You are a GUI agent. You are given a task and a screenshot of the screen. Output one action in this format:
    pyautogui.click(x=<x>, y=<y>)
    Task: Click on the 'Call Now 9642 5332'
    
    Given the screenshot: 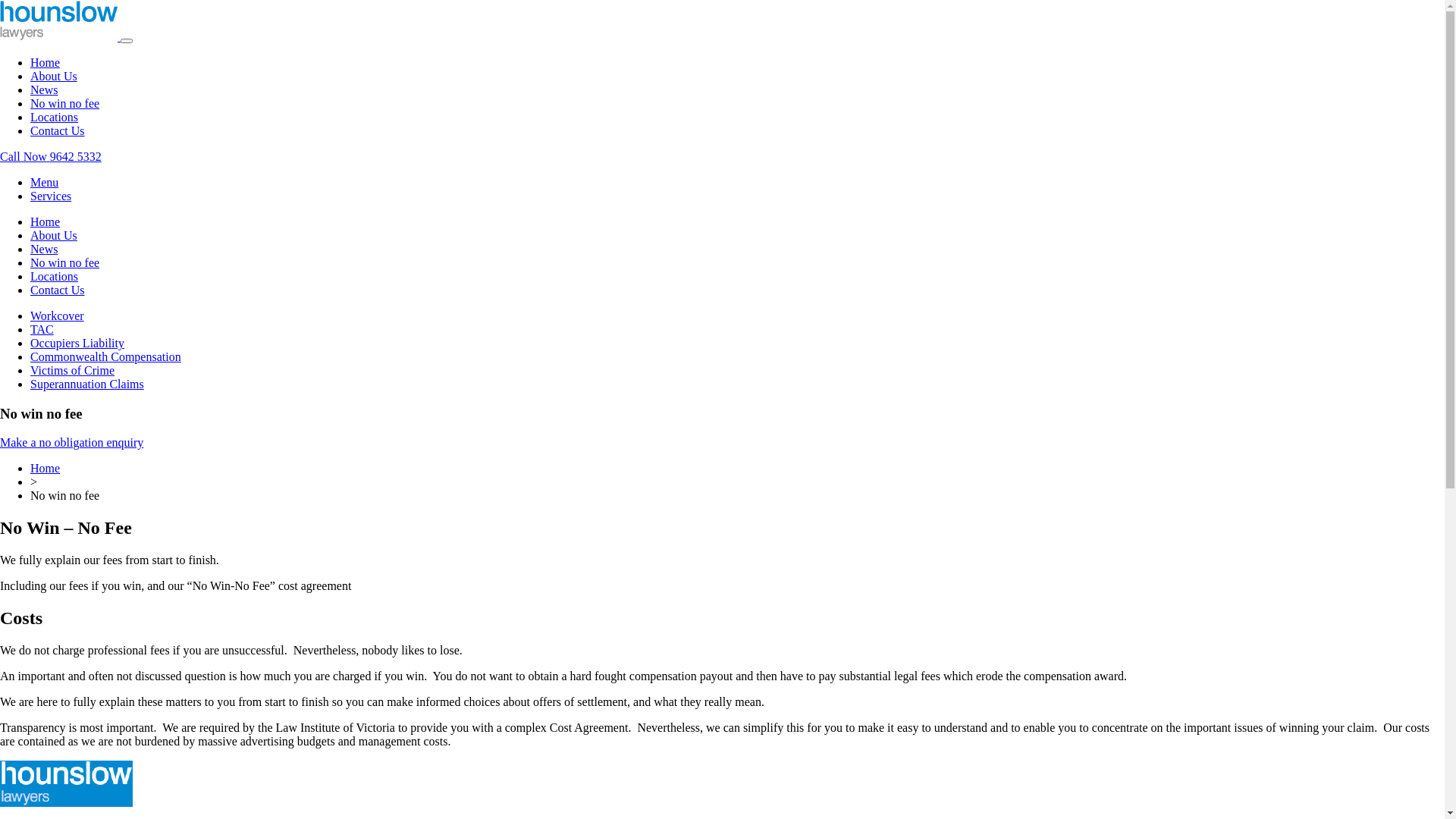 What is the action you would take?
    pyautogui.click(x=51, y=156)
    